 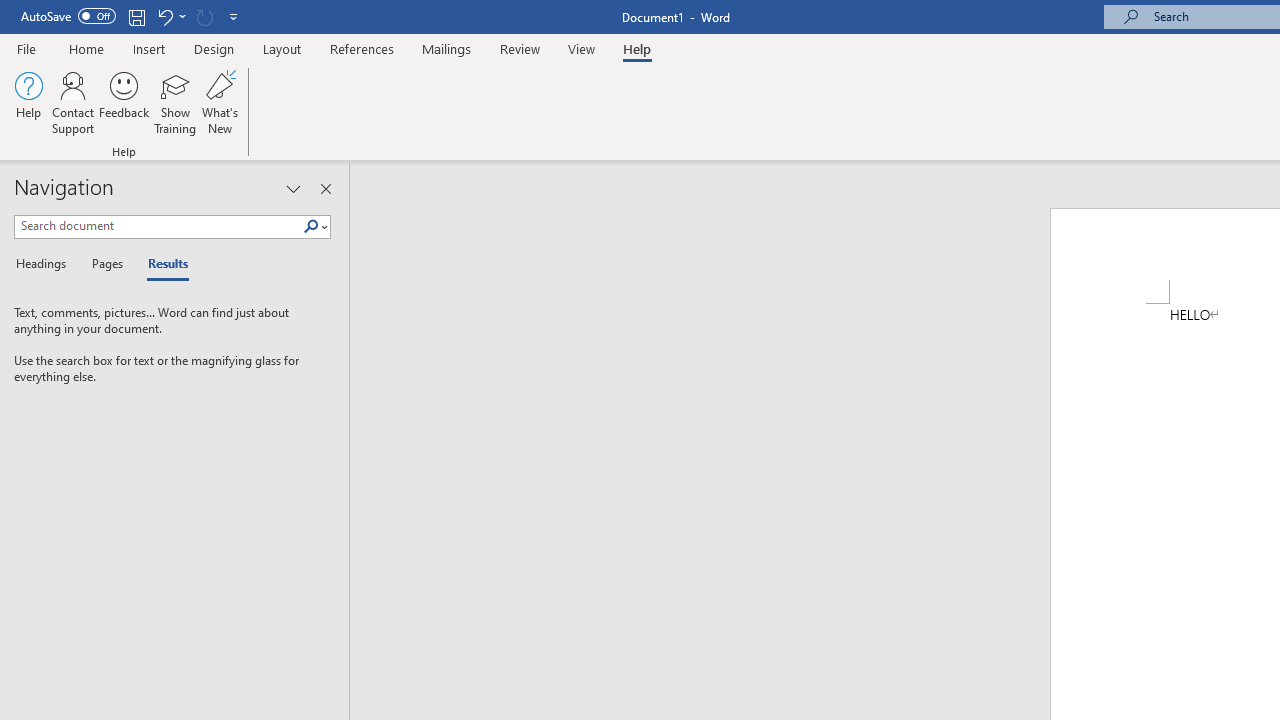 What do you see at coordinates (157, 225) in the screenshot?
I see `'Search document'` at bounding box center [157, 225].